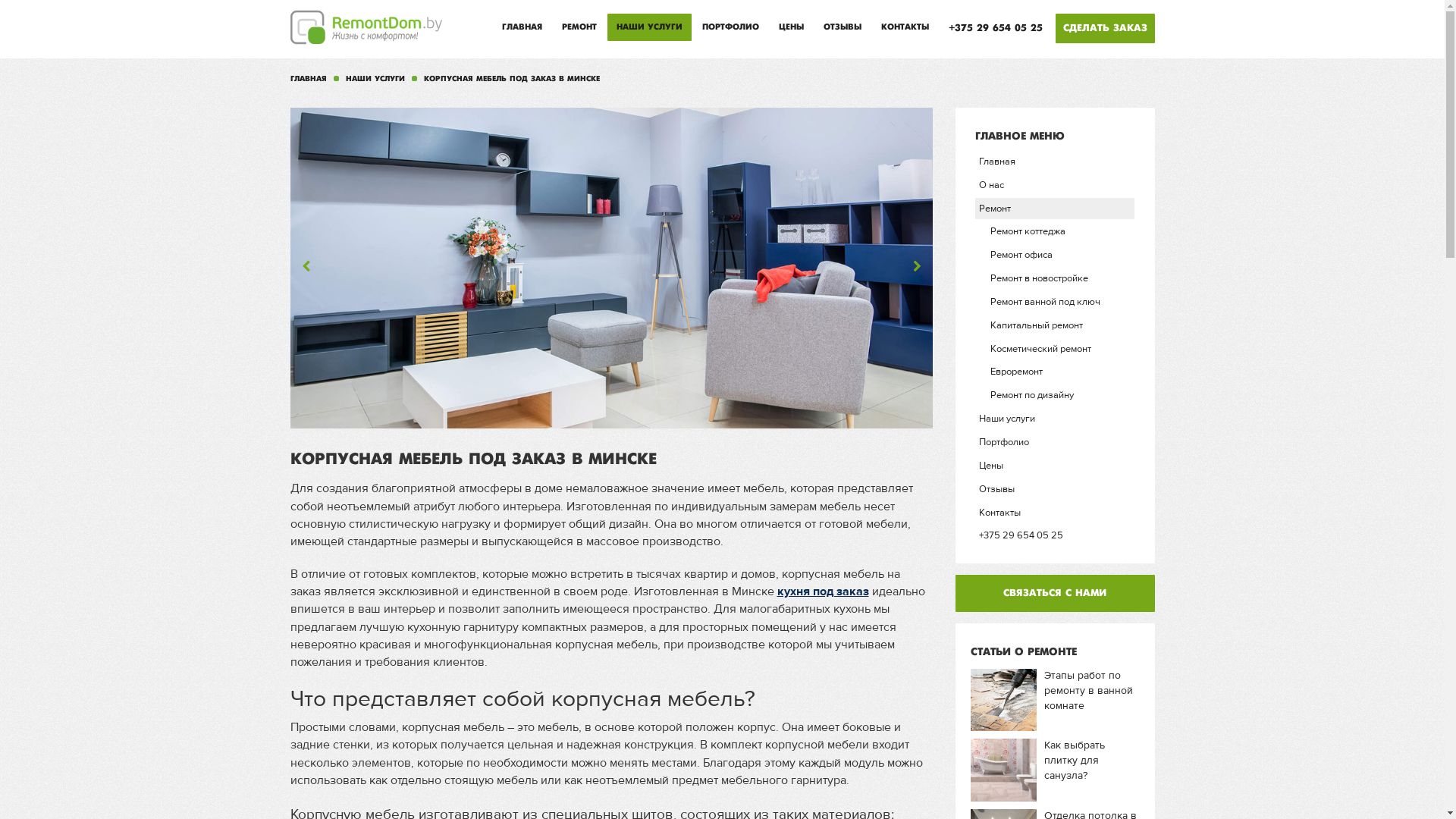  What do you see at coordinates (938, 28) in the screenshot?
I see `'+375 29 654 05 25'` at bounding box center [938, 28].